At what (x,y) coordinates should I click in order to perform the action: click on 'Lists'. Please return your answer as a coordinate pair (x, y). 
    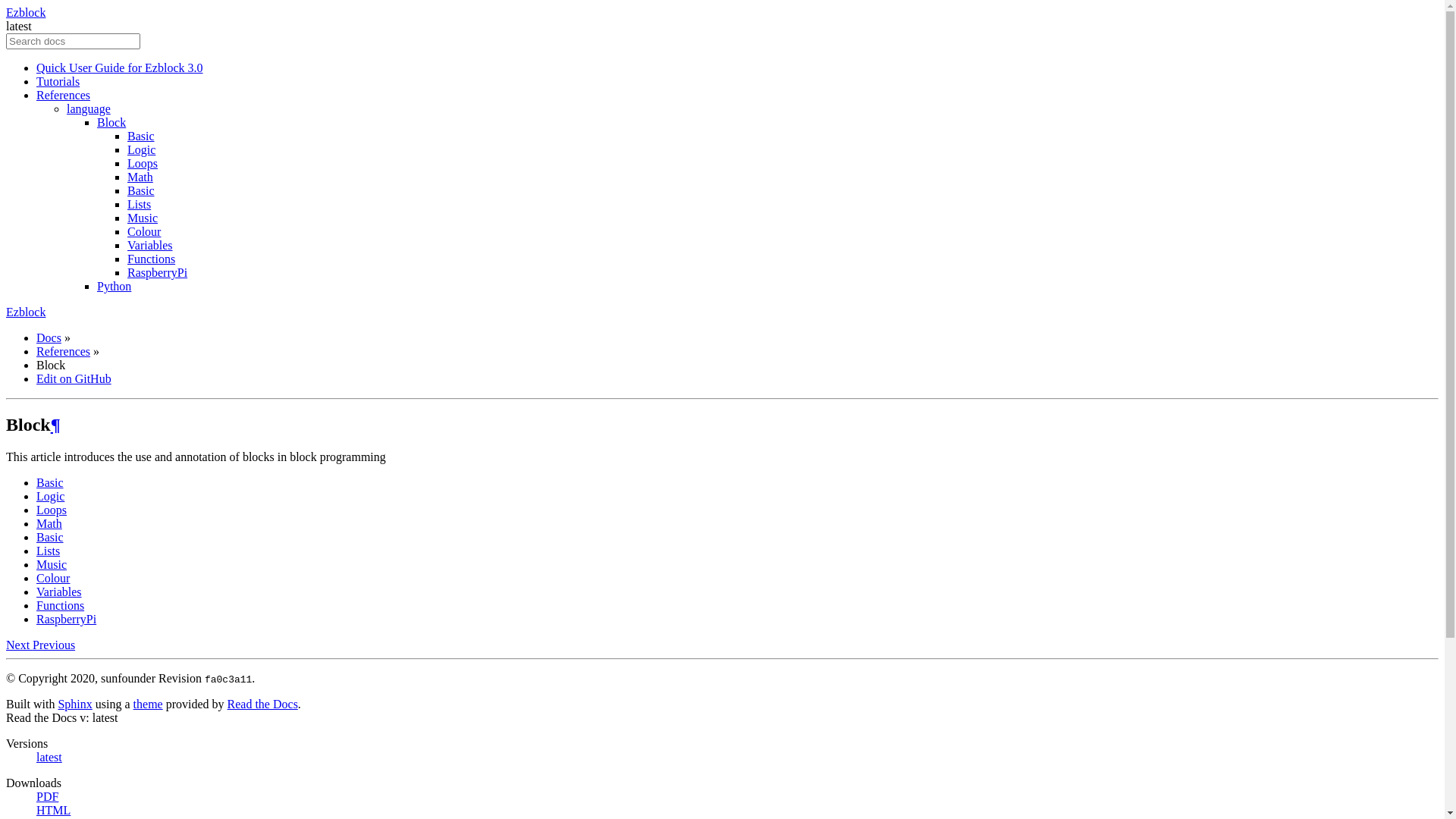
    Looking at the image, I should click on (139, 203).